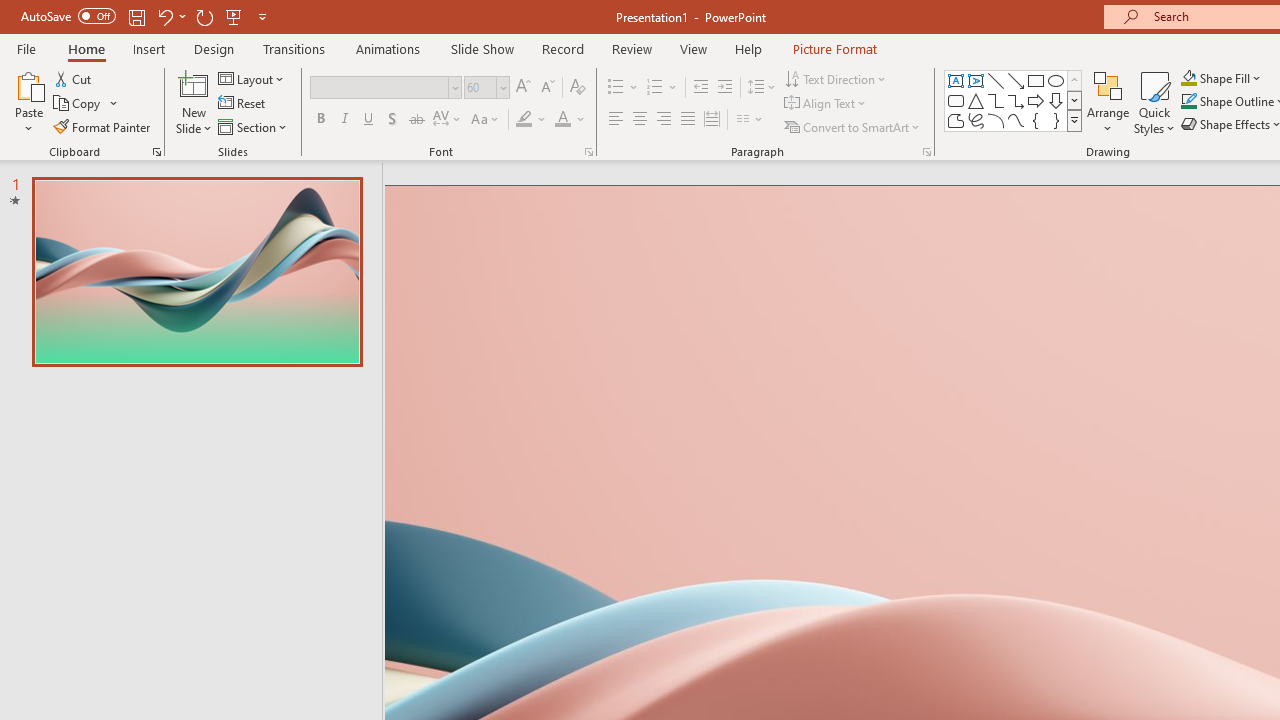 This screenshot has height=720, width=1280. What do you see at coordinates (976, 120) in the screenshot?
I see `'Freeform: Scribble'` at bounding box center [976, 120].